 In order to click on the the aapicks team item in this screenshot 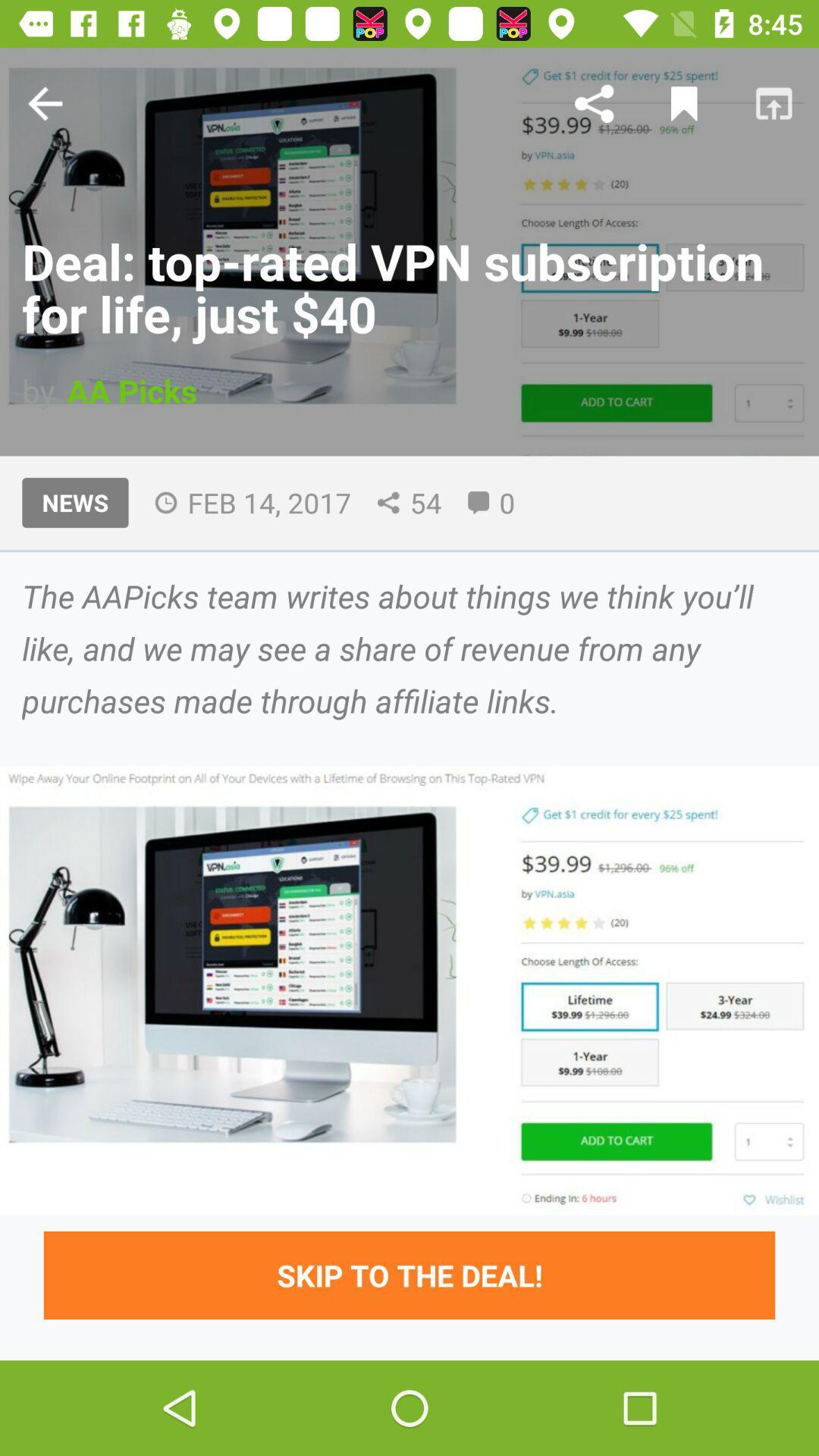, I will do `click(409, 648)`.